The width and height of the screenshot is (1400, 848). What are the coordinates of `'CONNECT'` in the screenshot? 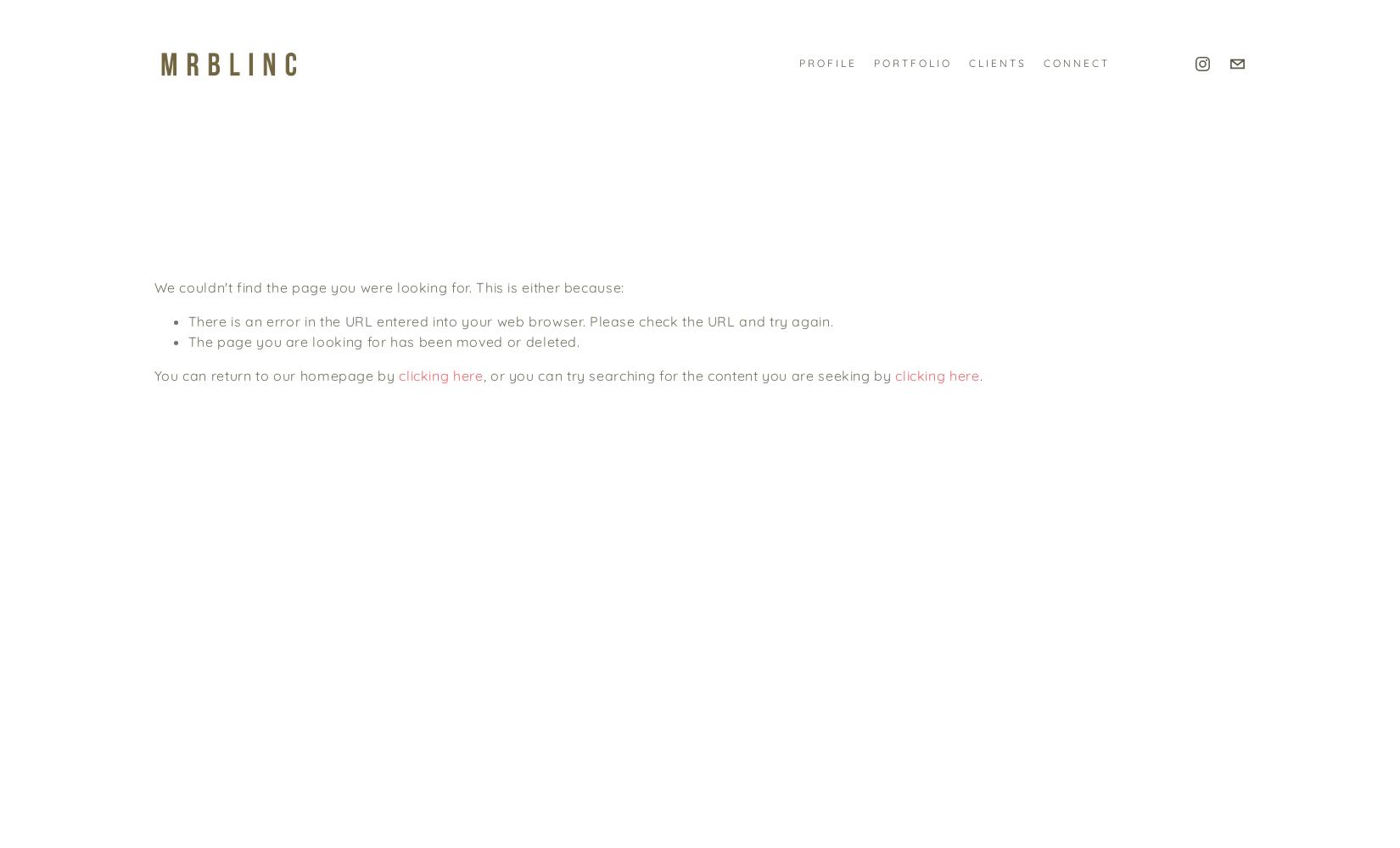 It's located at (1075, 62).